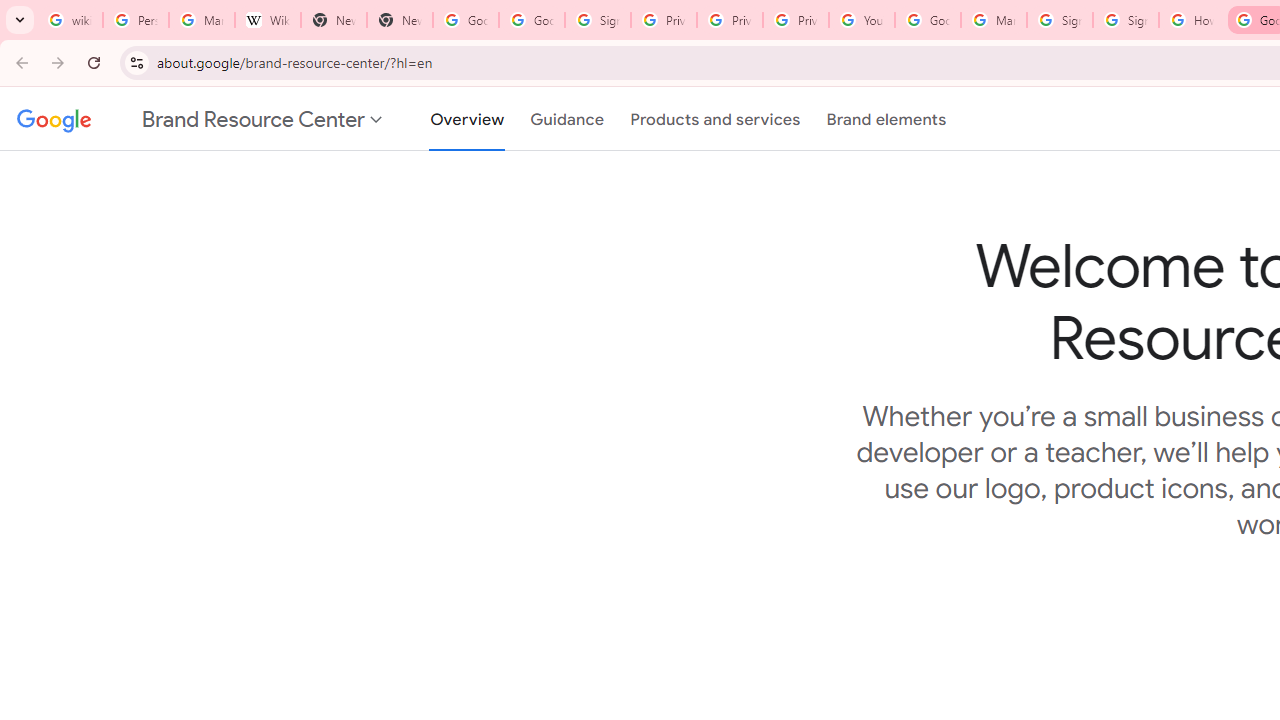  I want to click on 'Google Drive: Sign-in', so click(531, 20).